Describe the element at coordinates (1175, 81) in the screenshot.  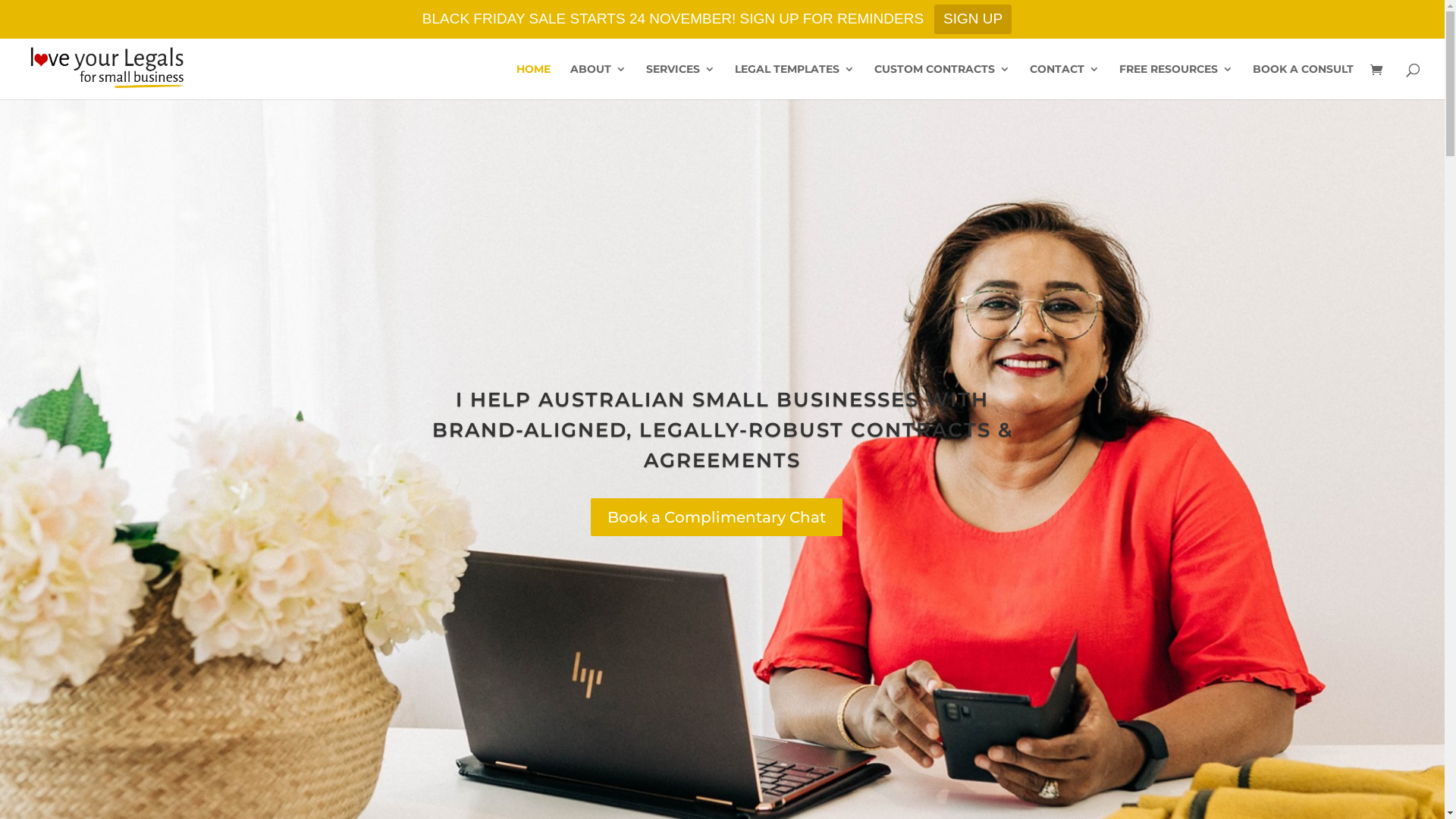
I see `'FREE RESOURCES'` at that location.